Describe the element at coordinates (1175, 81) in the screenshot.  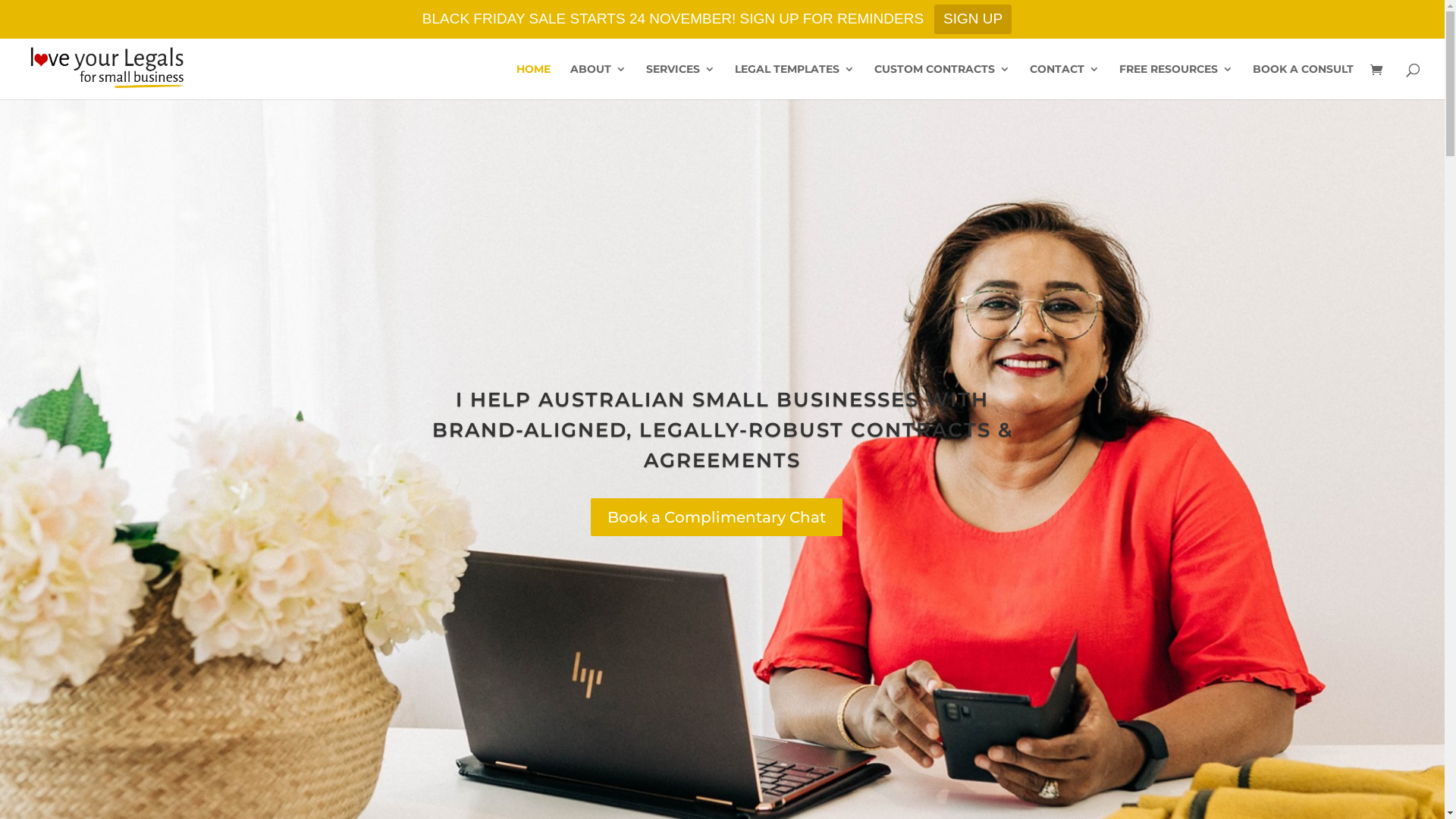
I see `'FREE RESOURCES'` at that location.